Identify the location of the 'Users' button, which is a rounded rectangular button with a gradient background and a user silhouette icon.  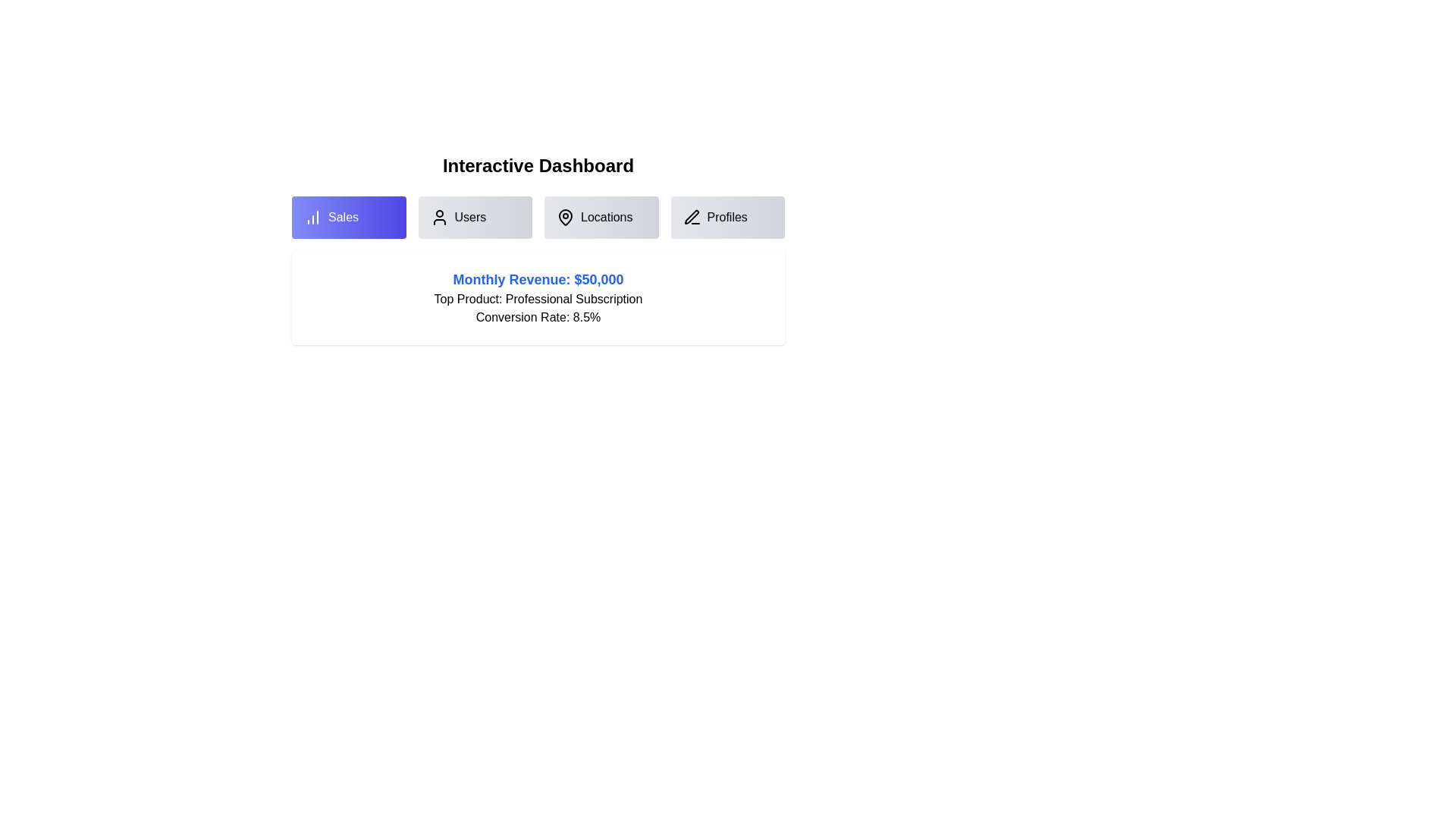
(474, 217).